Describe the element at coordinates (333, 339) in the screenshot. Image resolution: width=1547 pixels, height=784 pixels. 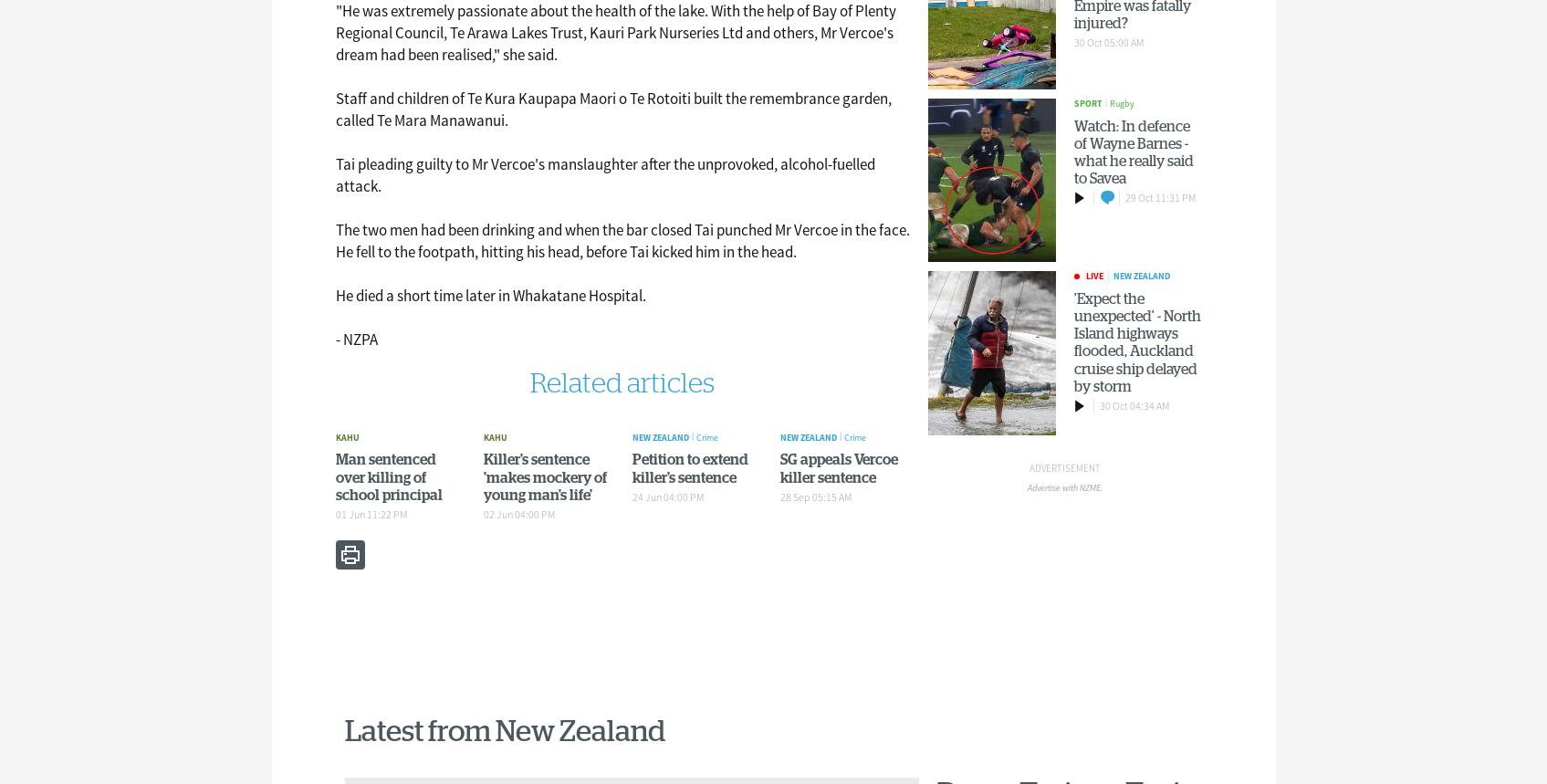
I see `'- NZPA'` at that location.